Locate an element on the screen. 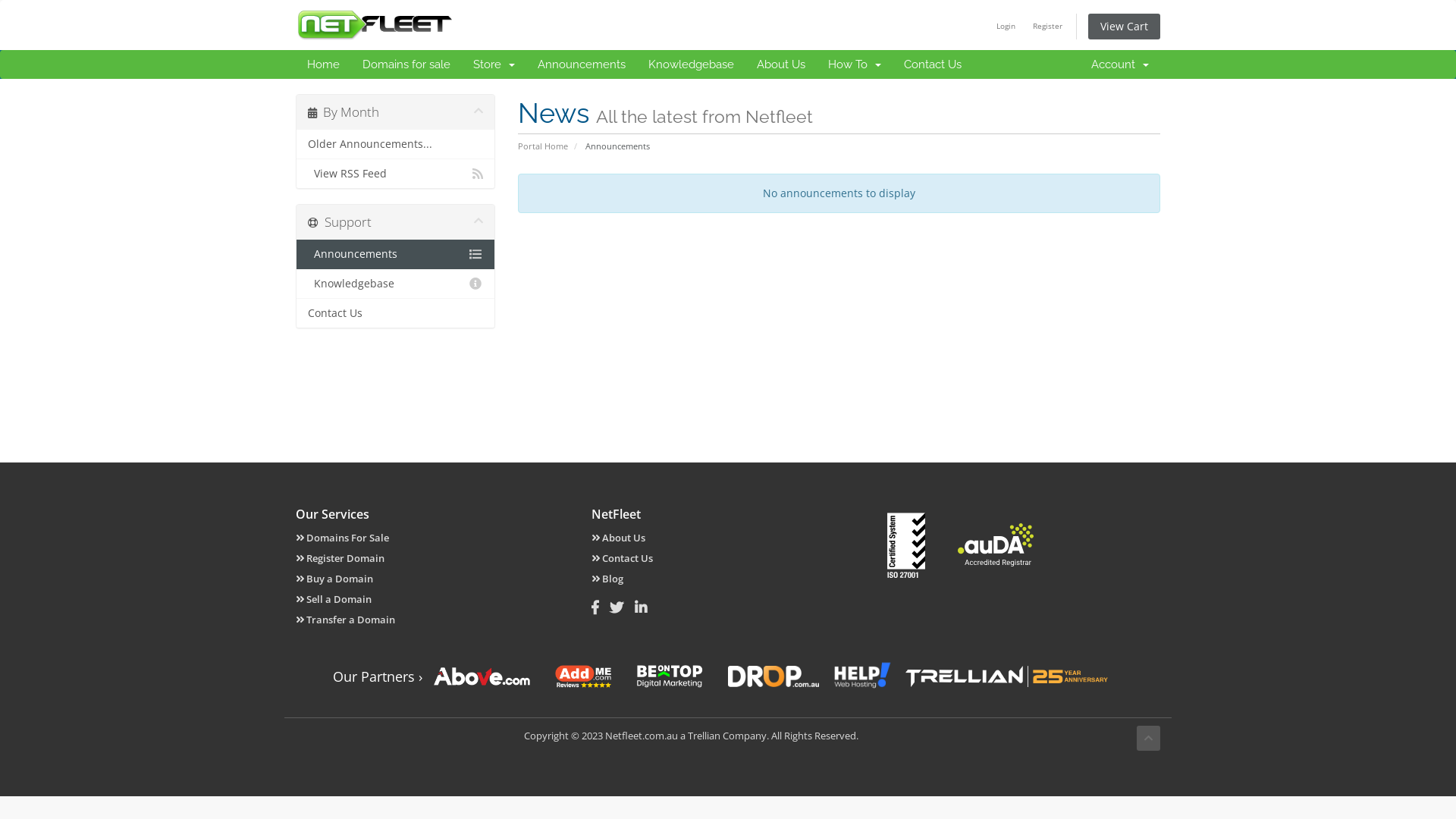 This screenshot has width=1456, height=819. 'Transfer a Domain' is located at coordinates (344, 620).